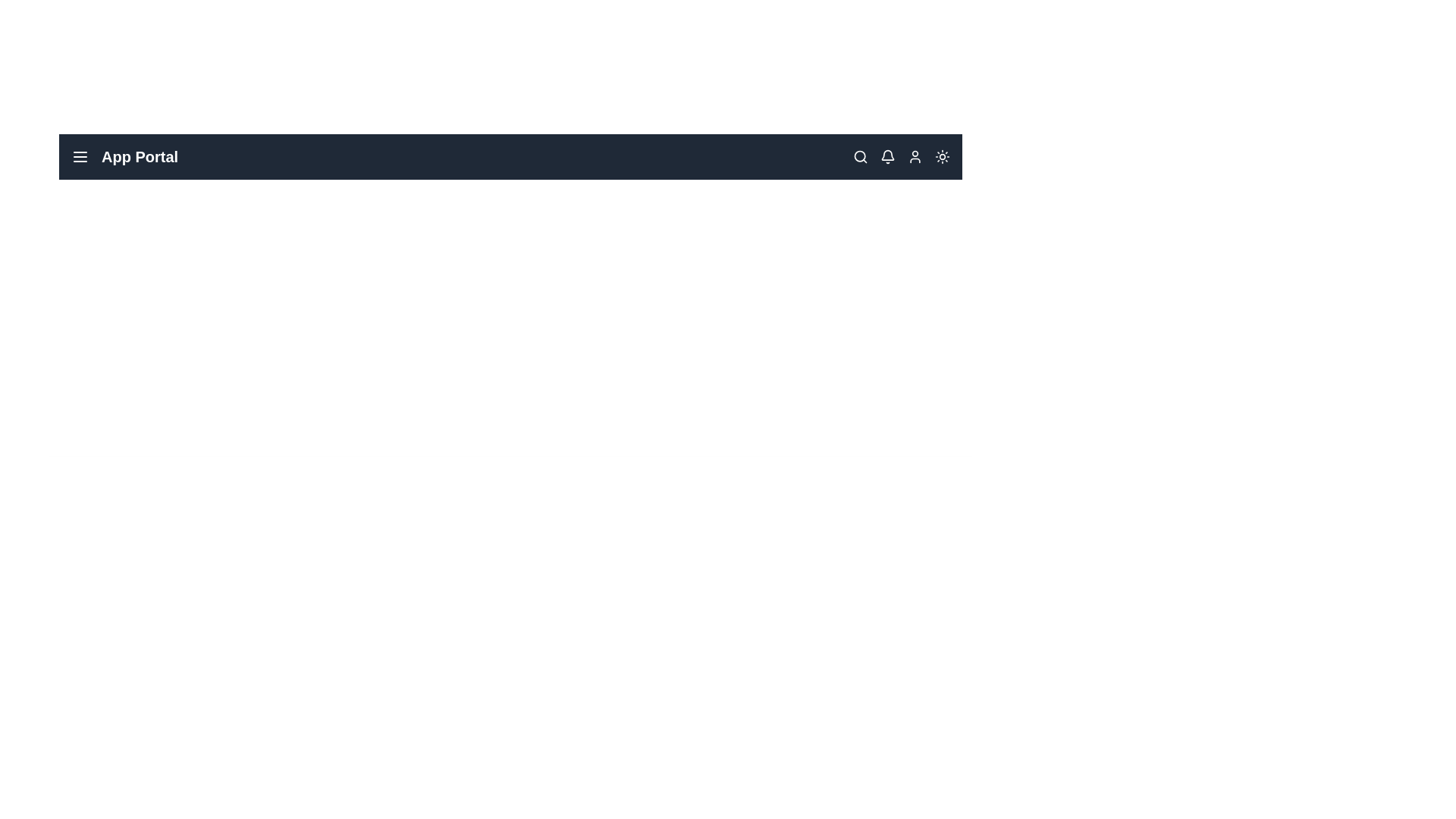 The height and width of the screenshot is (819, 1456). What do you see at coordinates (860, 157) in the screenshot?
I see `the search icon to initiate a search action` at bounding box center [860, 157].